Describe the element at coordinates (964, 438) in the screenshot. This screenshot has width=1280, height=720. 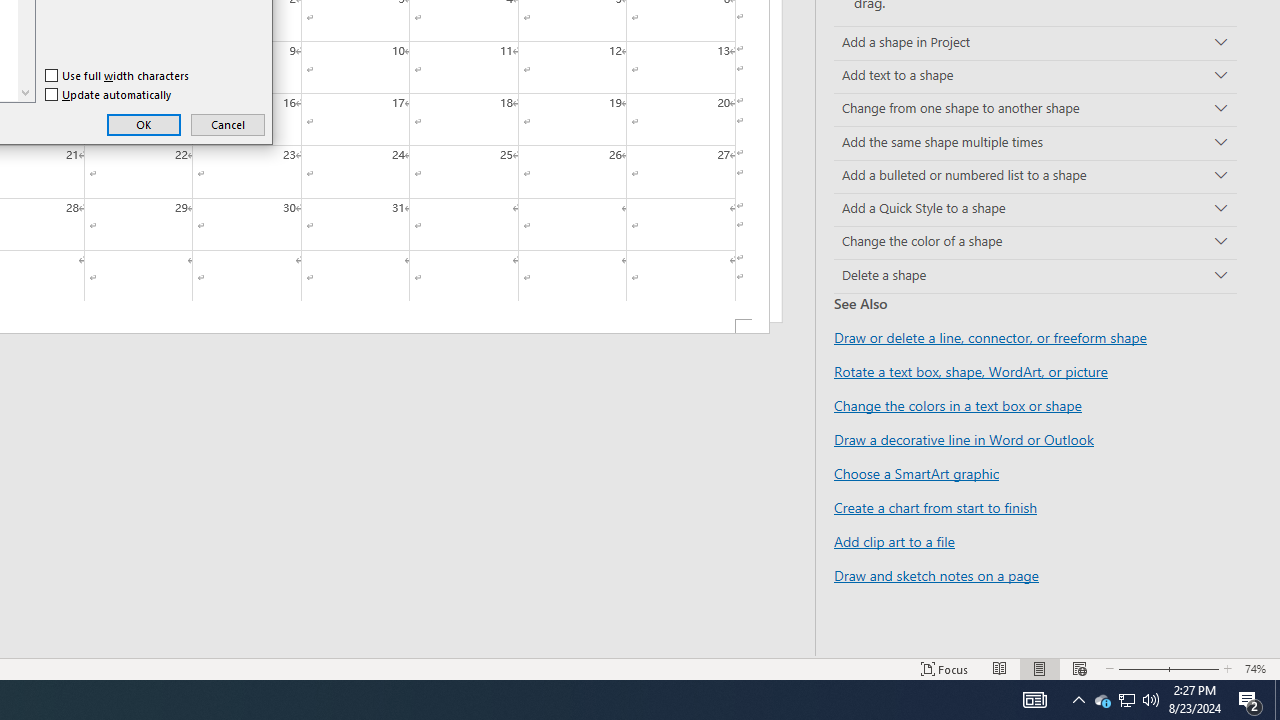
I see `'Draw a decorative line in Word or Outlook'` at that location.